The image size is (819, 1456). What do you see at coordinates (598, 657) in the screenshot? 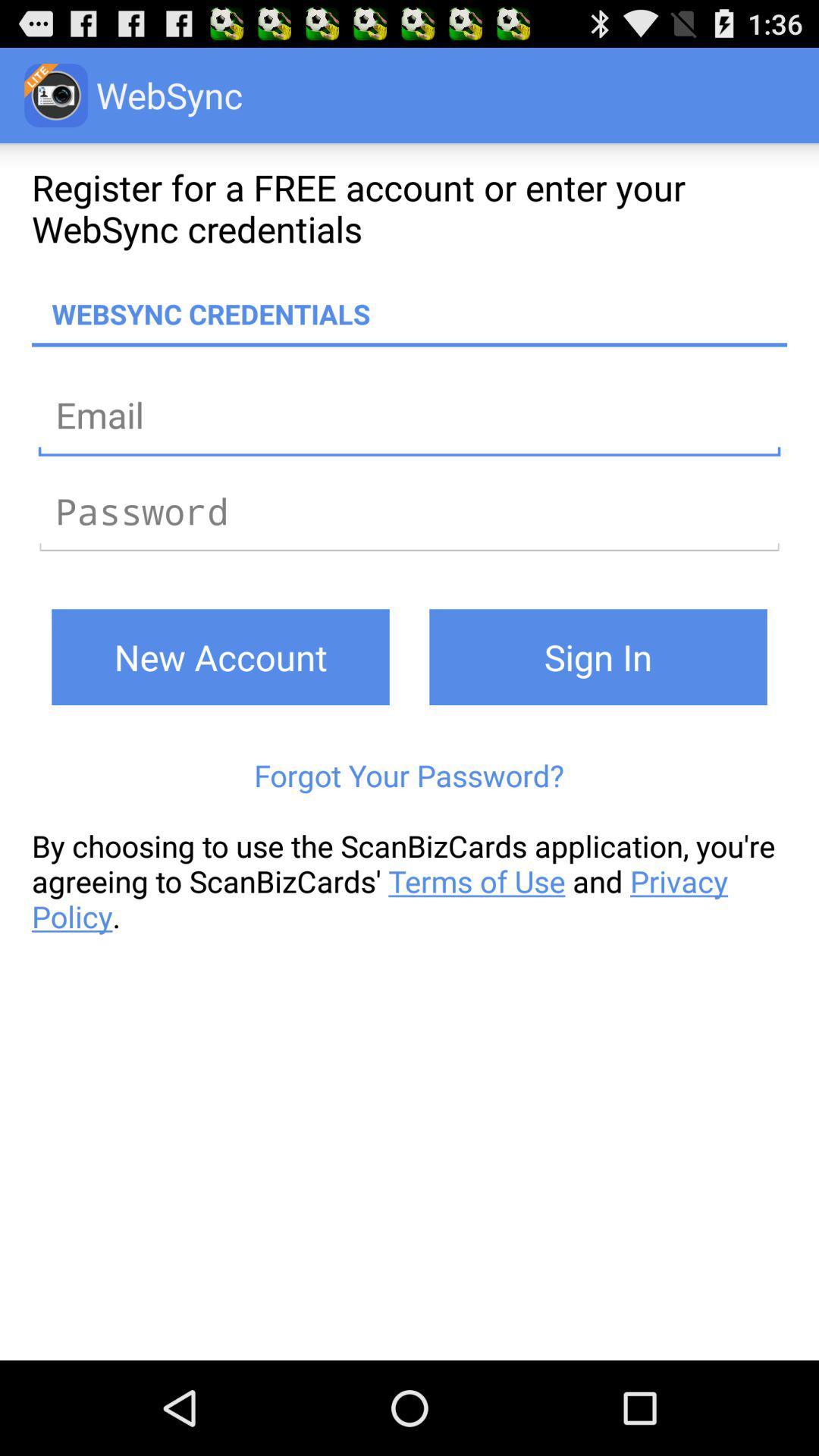
I see `sign in on the right` at bounding box center [598, 657].